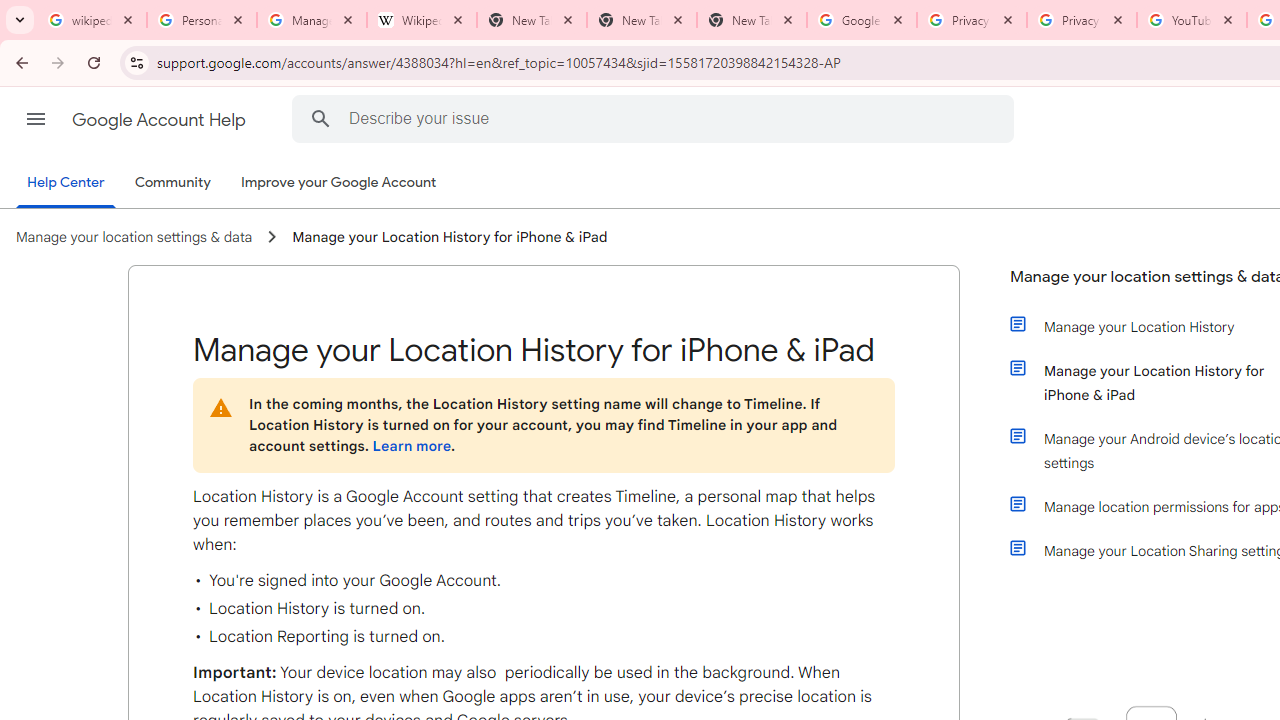  I want to click on 'New Tab', so click(642, 20).